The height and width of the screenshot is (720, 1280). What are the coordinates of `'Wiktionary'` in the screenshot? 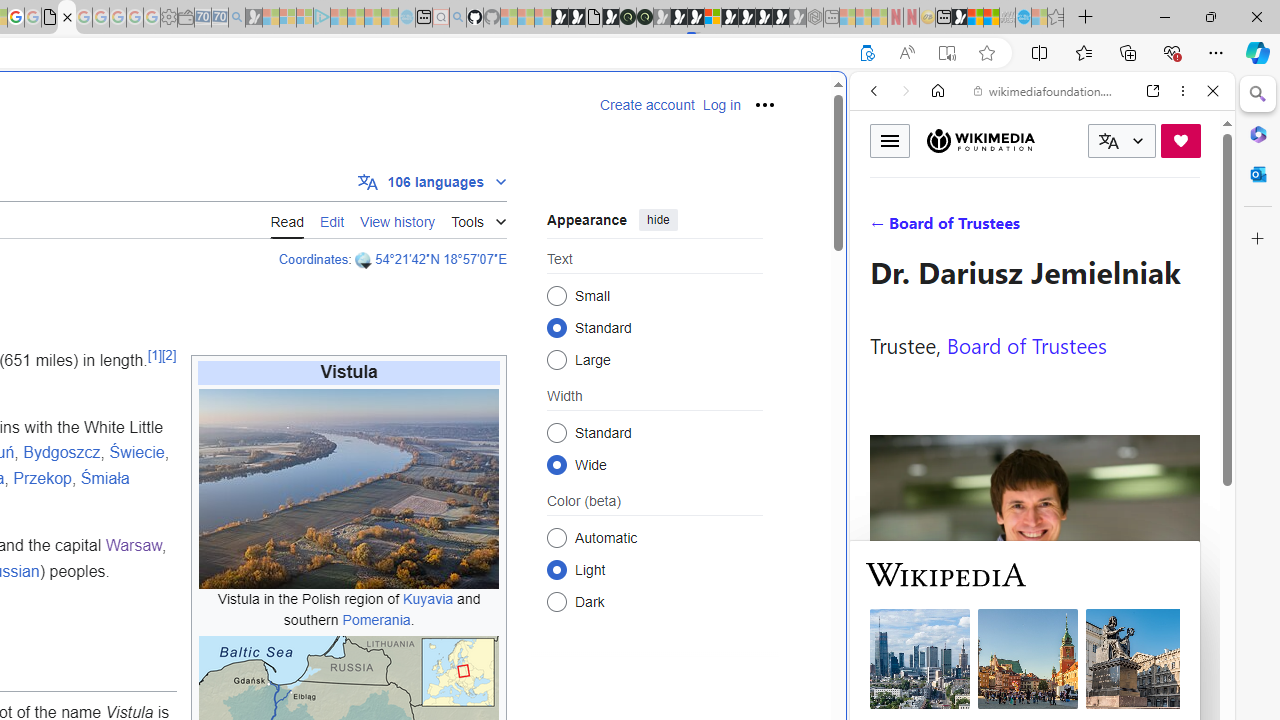 It's located at (1034, 669).